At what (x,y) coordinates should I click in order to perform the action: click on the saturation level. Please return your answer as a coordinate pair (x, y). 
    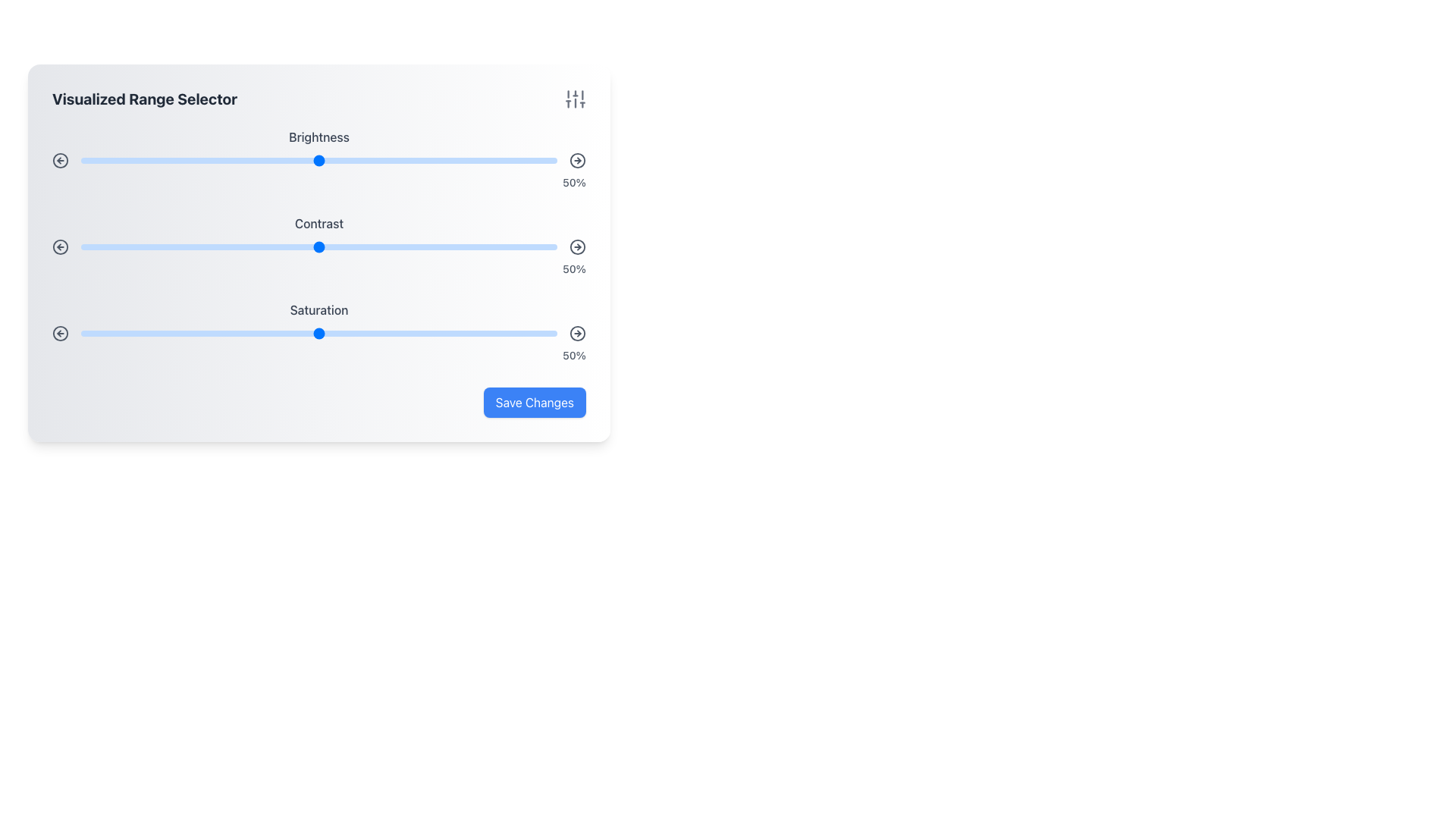
    Looking at the image, I should click on (262, 332).